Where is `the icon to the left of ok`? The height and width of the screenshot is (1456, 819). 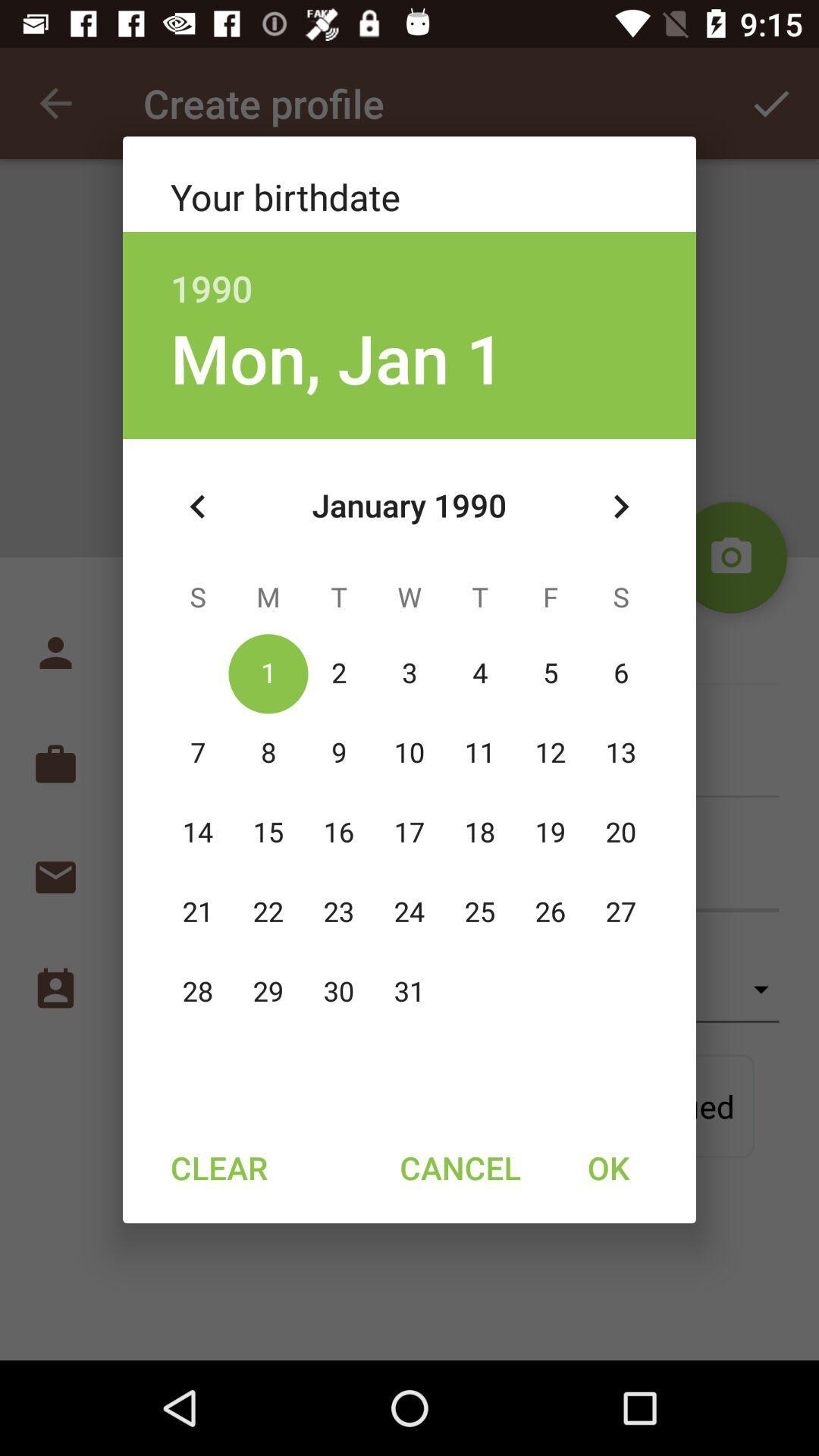
the icon to the left of ok is located at coordinates (460, 1166).